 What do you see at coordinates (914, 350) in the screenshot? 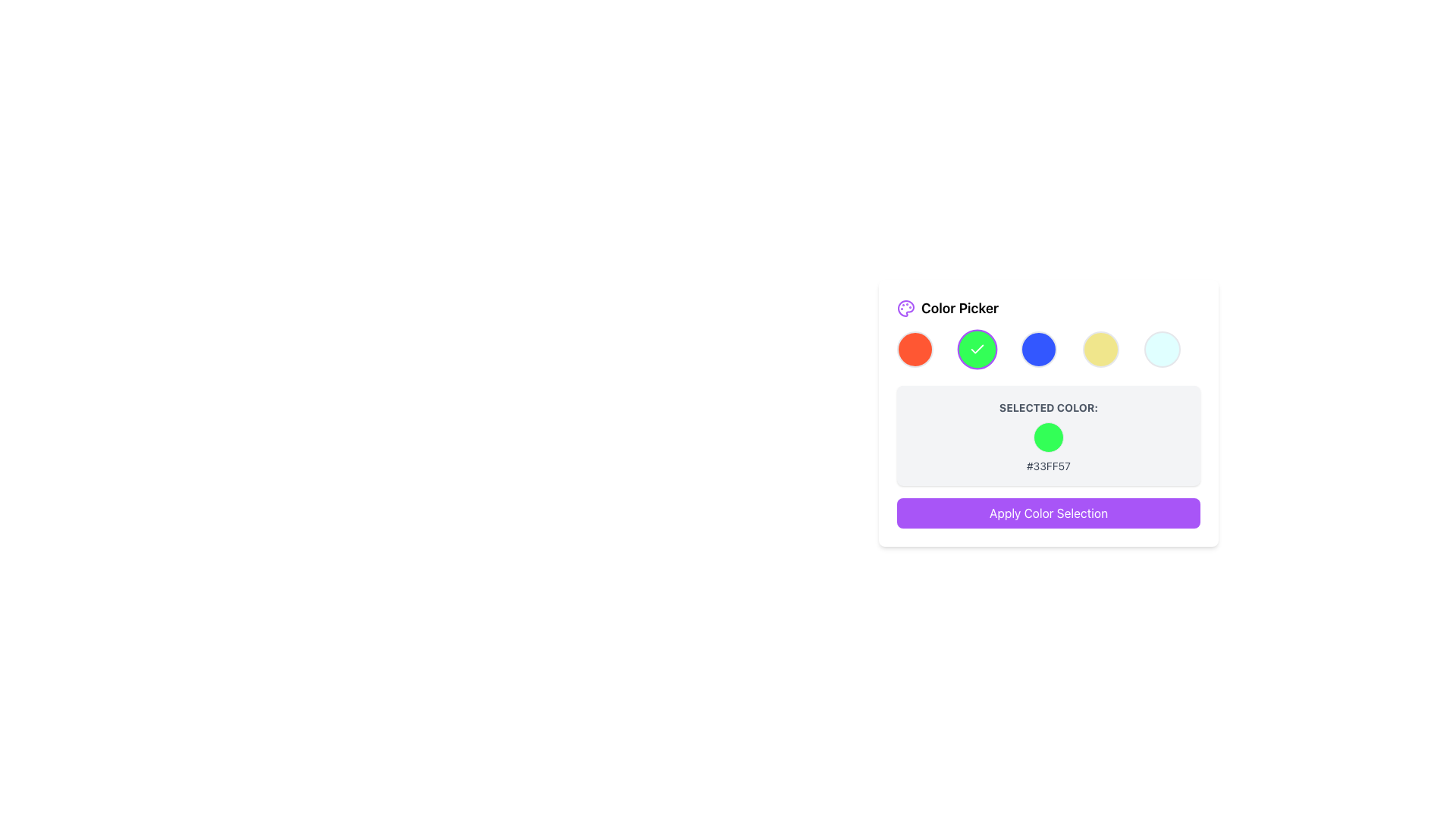
I see `the first circular color selection button located in the color picker component, which is positioned on the far-left of the group of five circular icons` at bounding box center [914, 350].